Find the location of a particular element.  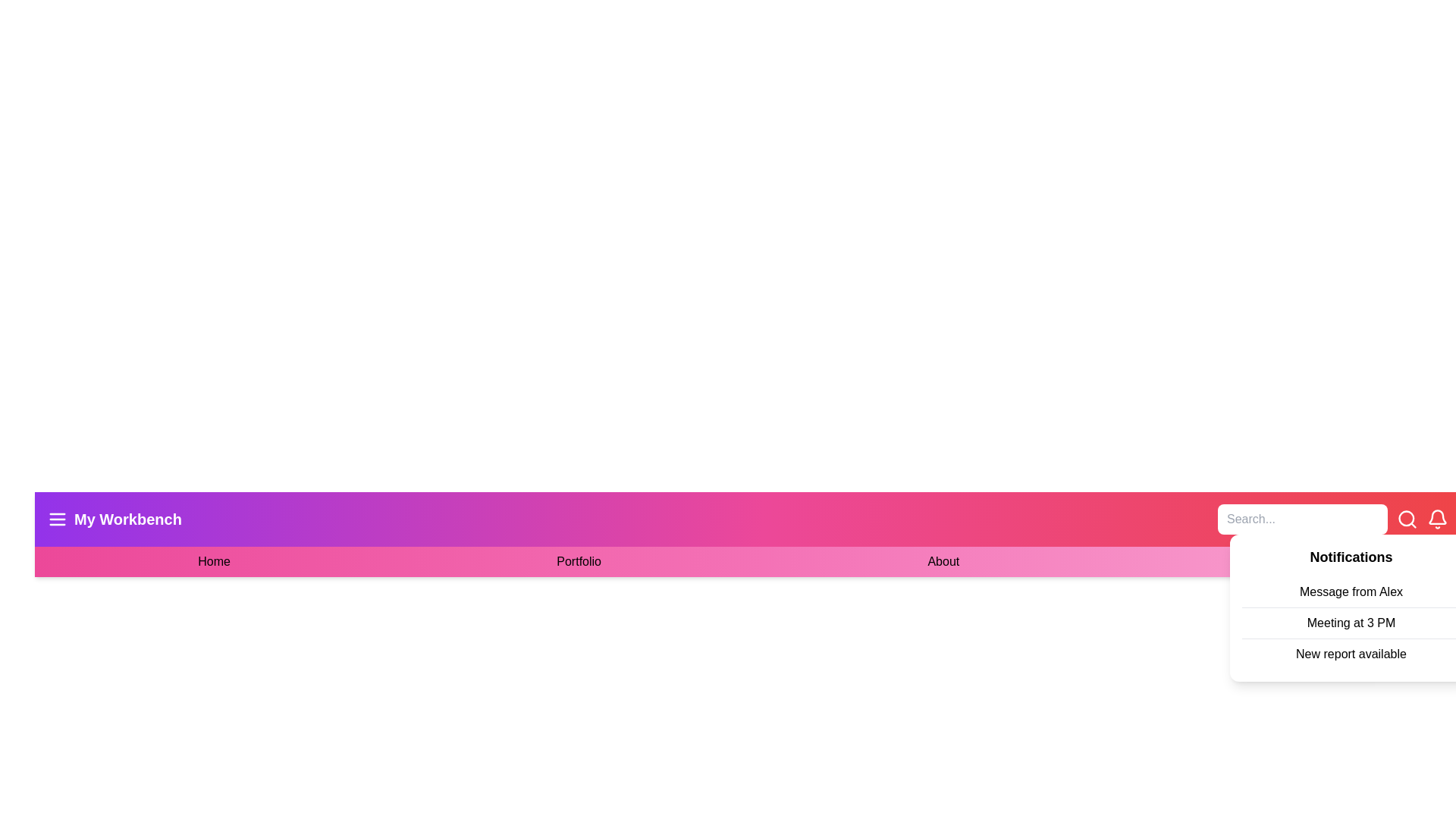

the 'About' text-based navigation link located in the upper-right section of the horizontal navigation bar to underline the text is located at coordinates (943, 561).